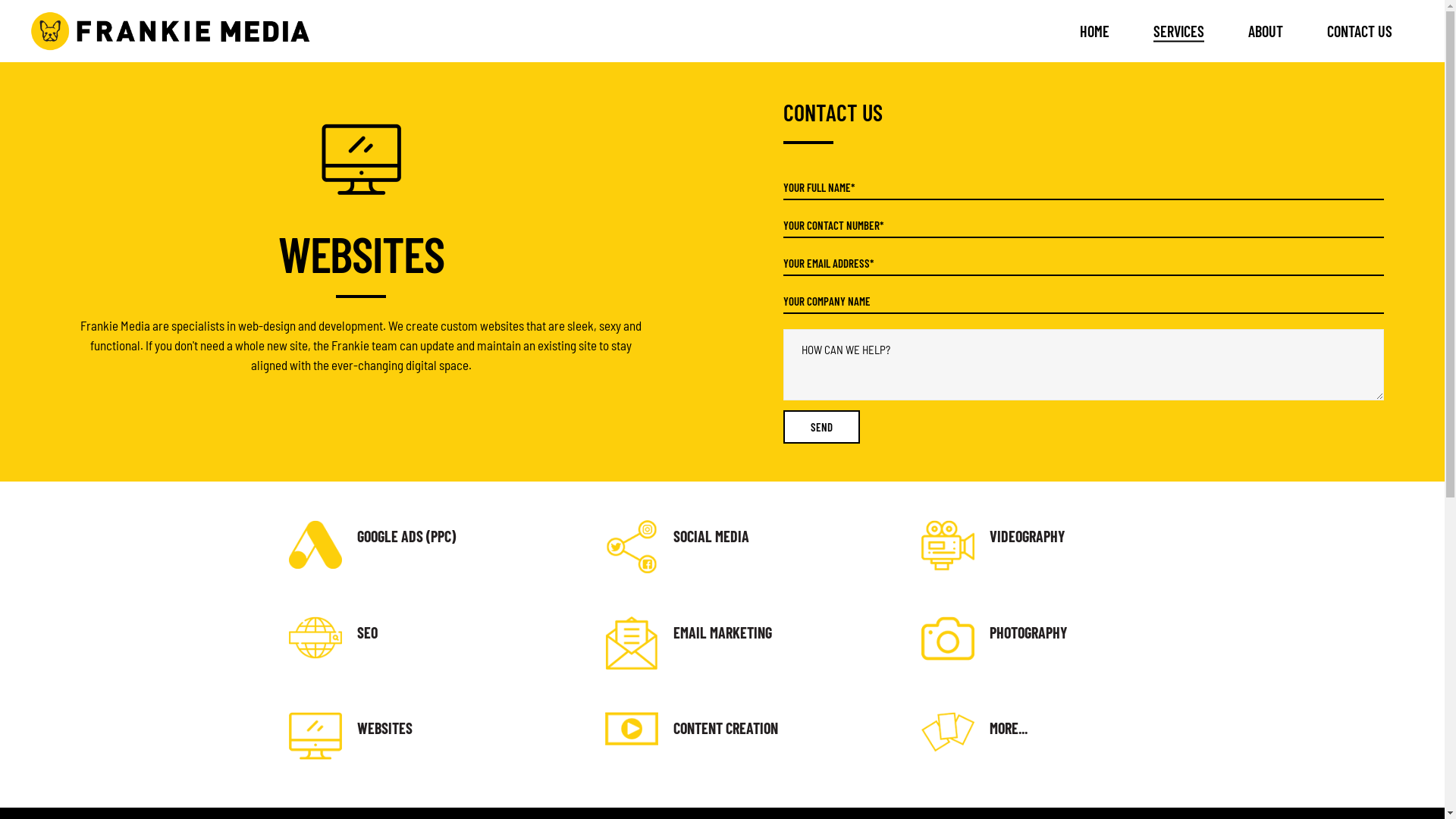  What do you see at coordinates (673, 632) in the screenshot?
I see `'EMAIL MARKETING'` at bounding box center [673, 632].